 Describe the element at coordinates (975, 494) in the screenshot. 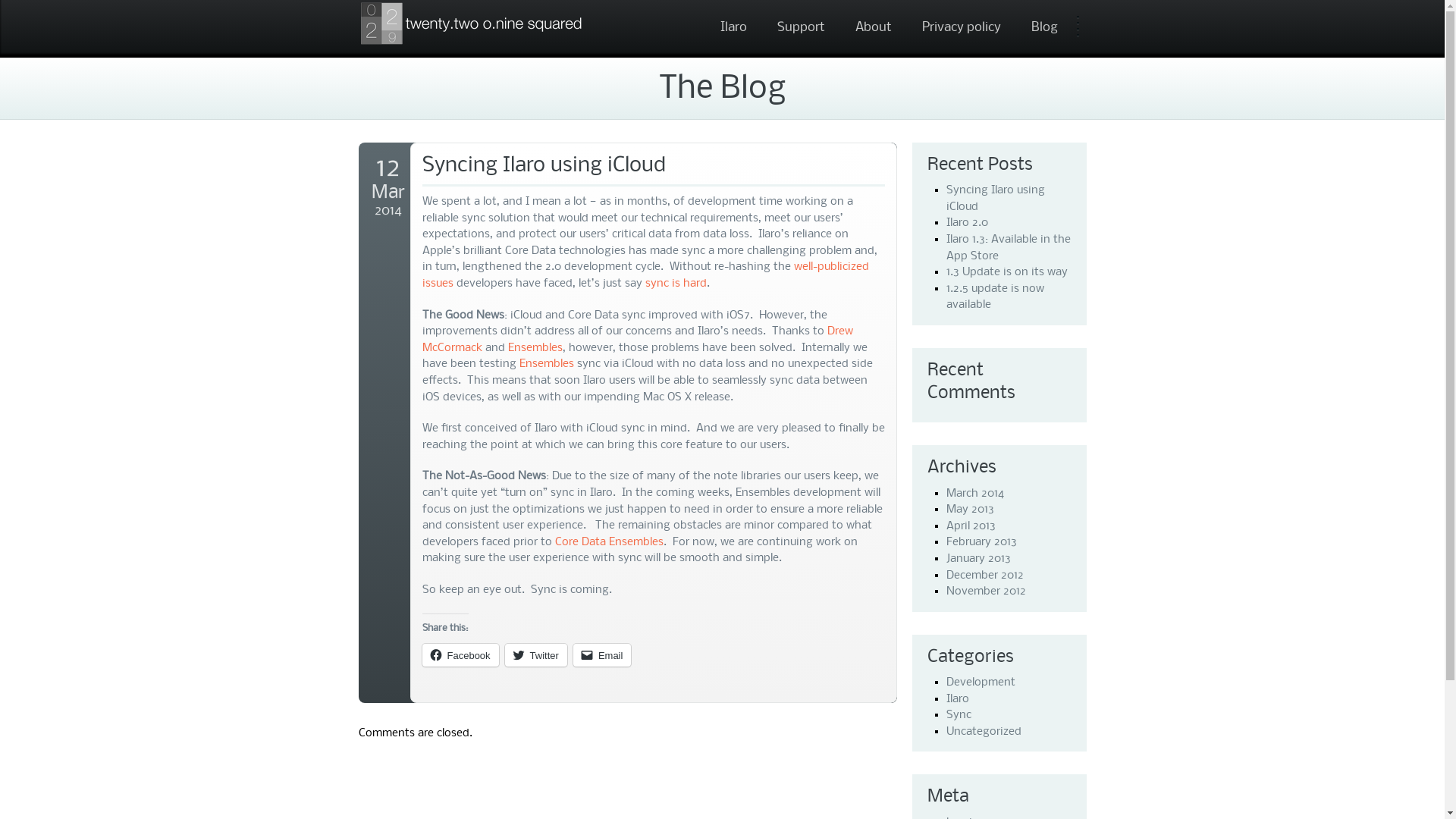

I see `'March 2014'` at that location.